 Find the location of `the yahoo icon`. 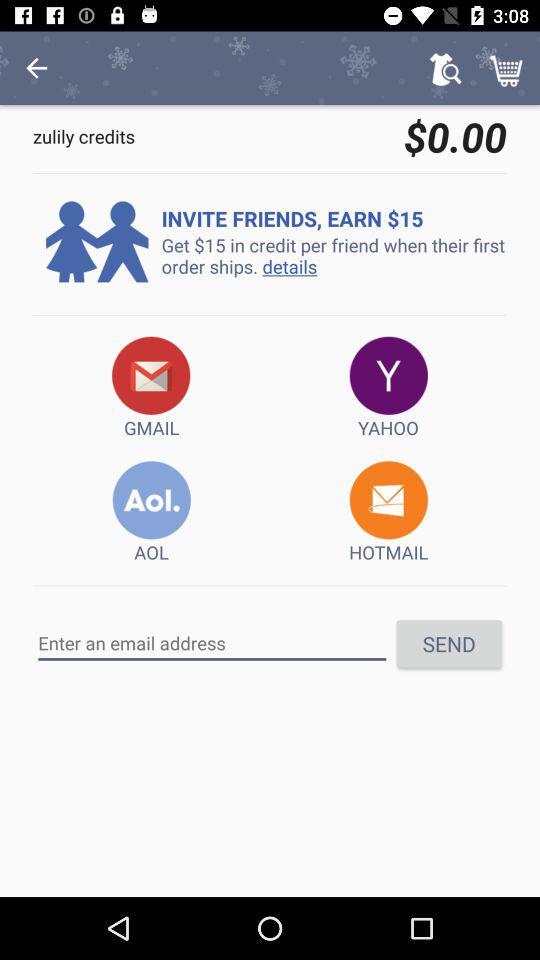

the yahoo icon is located at coordinates (388, 387).